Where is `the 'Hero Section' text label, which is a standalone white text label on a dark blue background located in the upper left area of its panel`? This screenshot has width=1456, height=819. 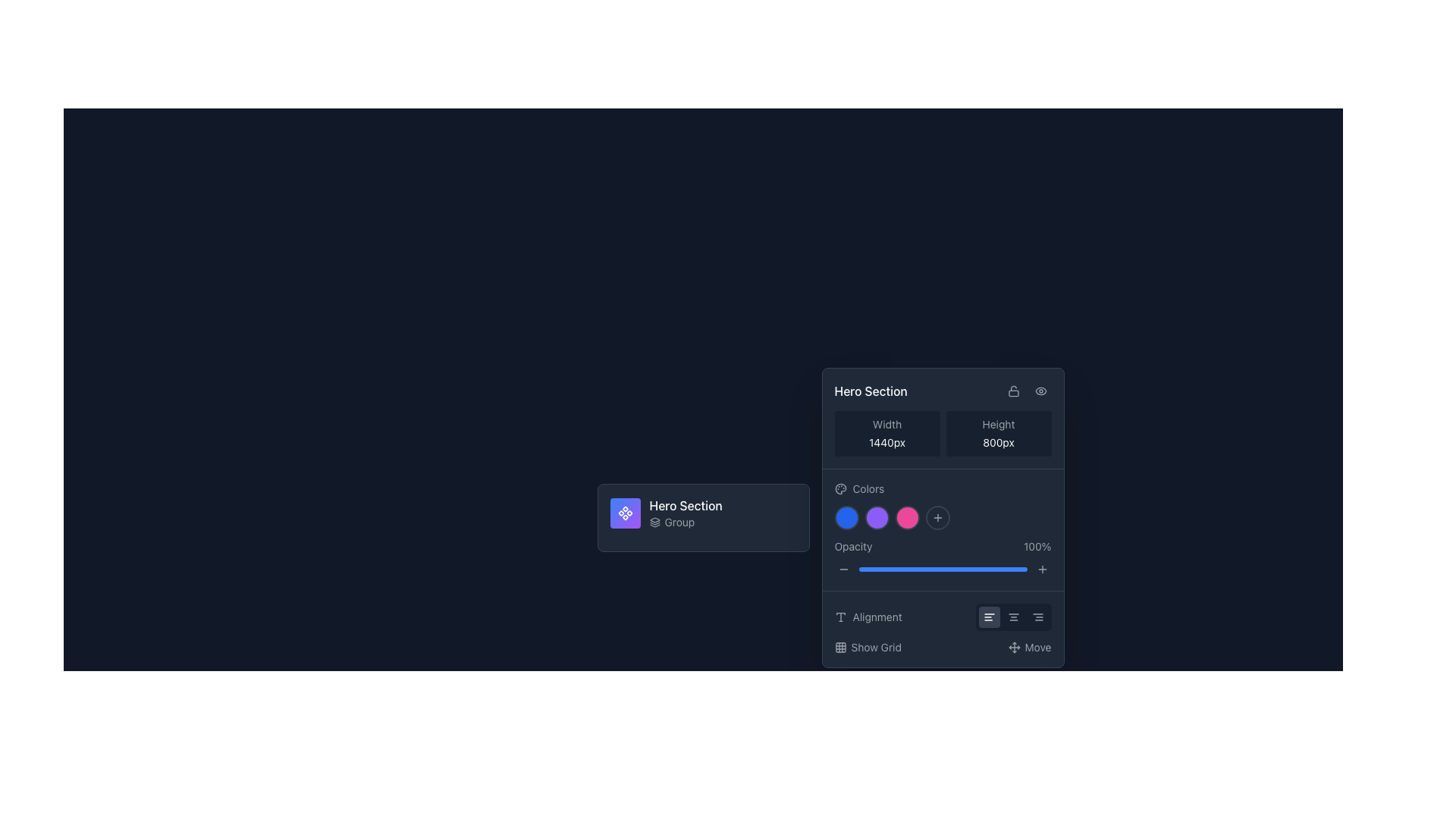 the 'Hero Section' text label, which is a standalone white text label on a dark blue background located in the upper left area of its panel is located at coordinates (871, 391).